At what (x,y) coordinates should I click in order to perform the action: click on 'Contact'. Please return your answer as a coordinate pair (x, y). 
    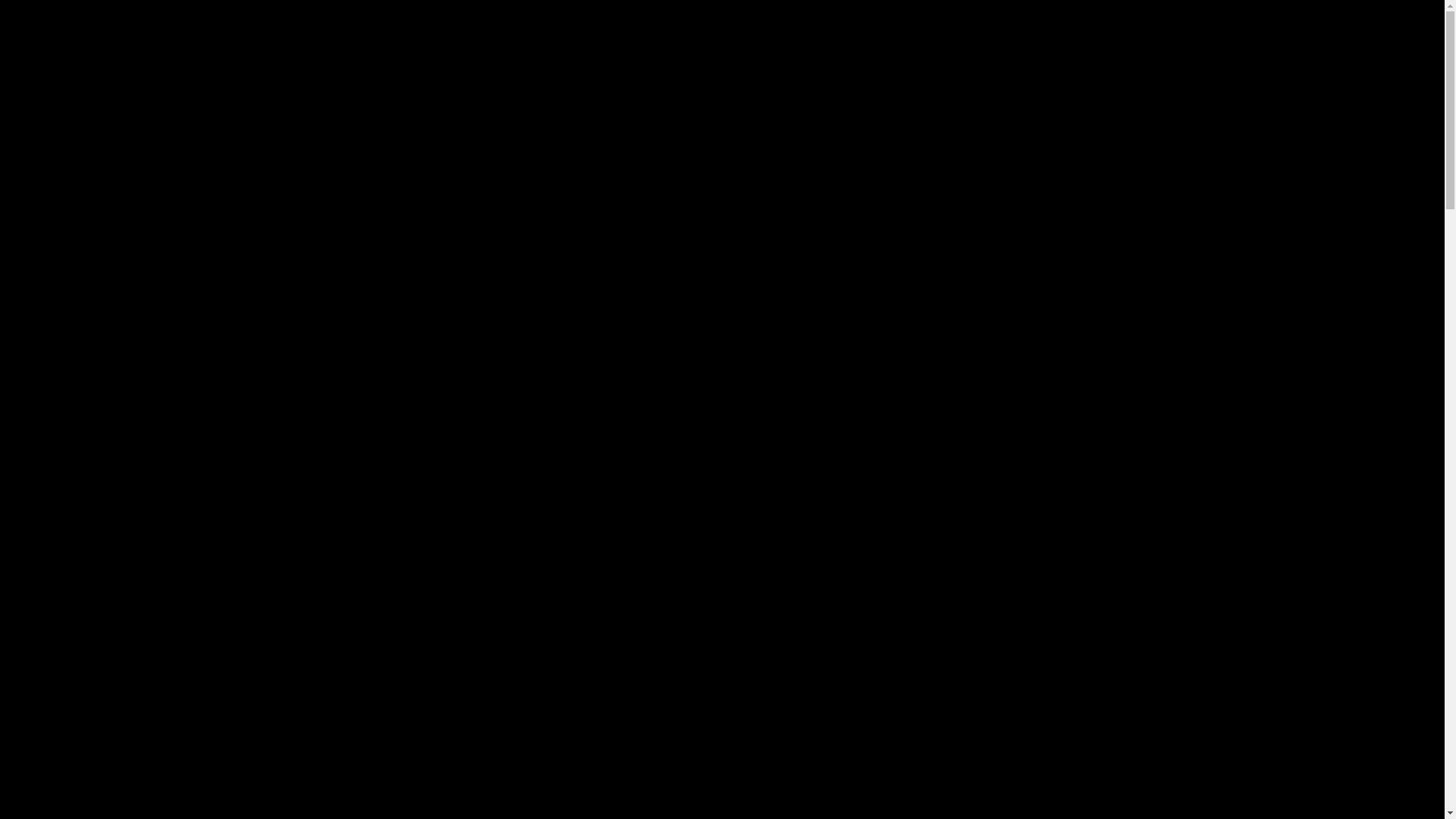
    Looking at the image, I should click on (55, 80).